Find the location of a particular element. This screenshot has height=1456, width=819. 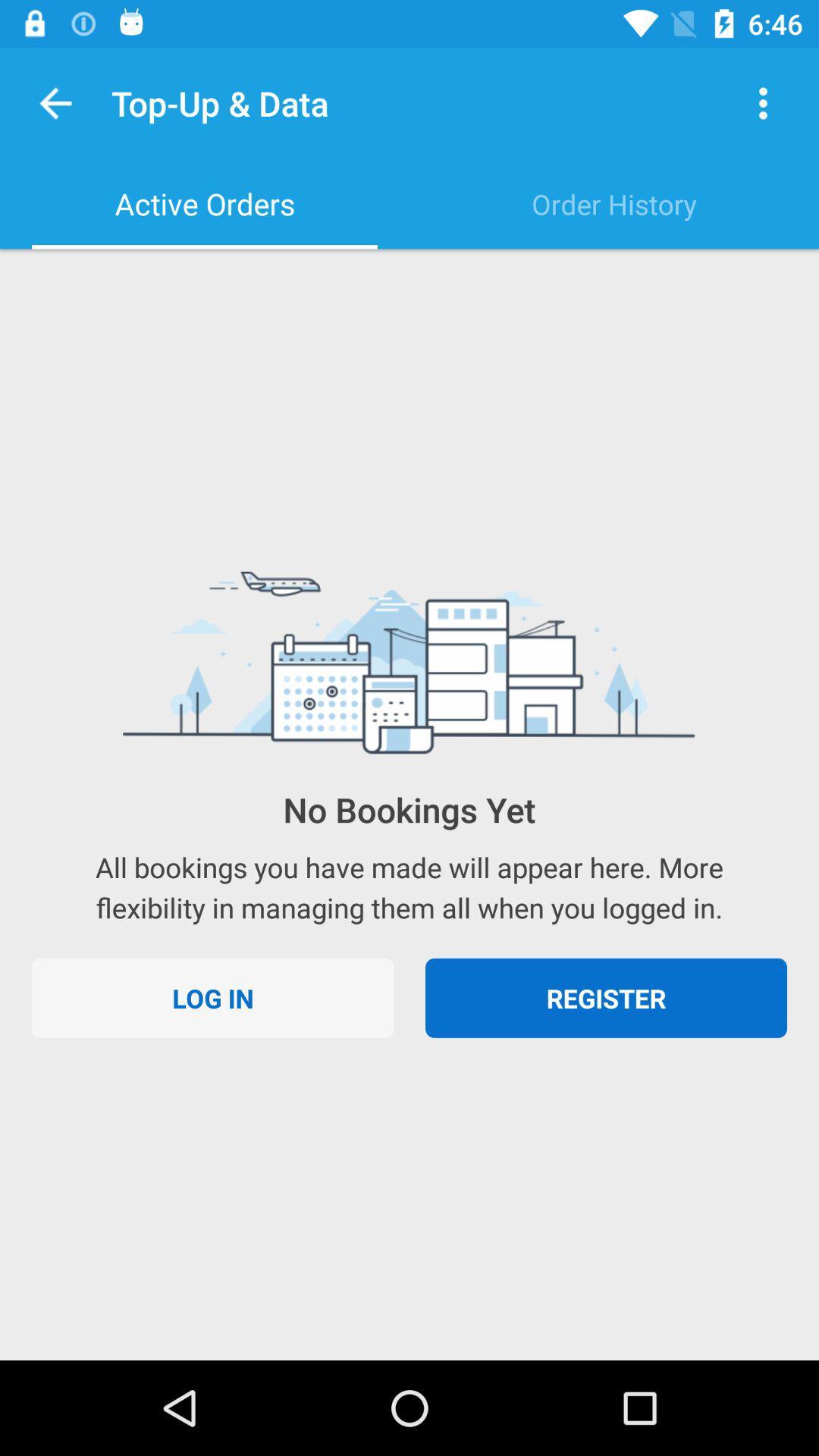

register is located at coordinates (605, 998).